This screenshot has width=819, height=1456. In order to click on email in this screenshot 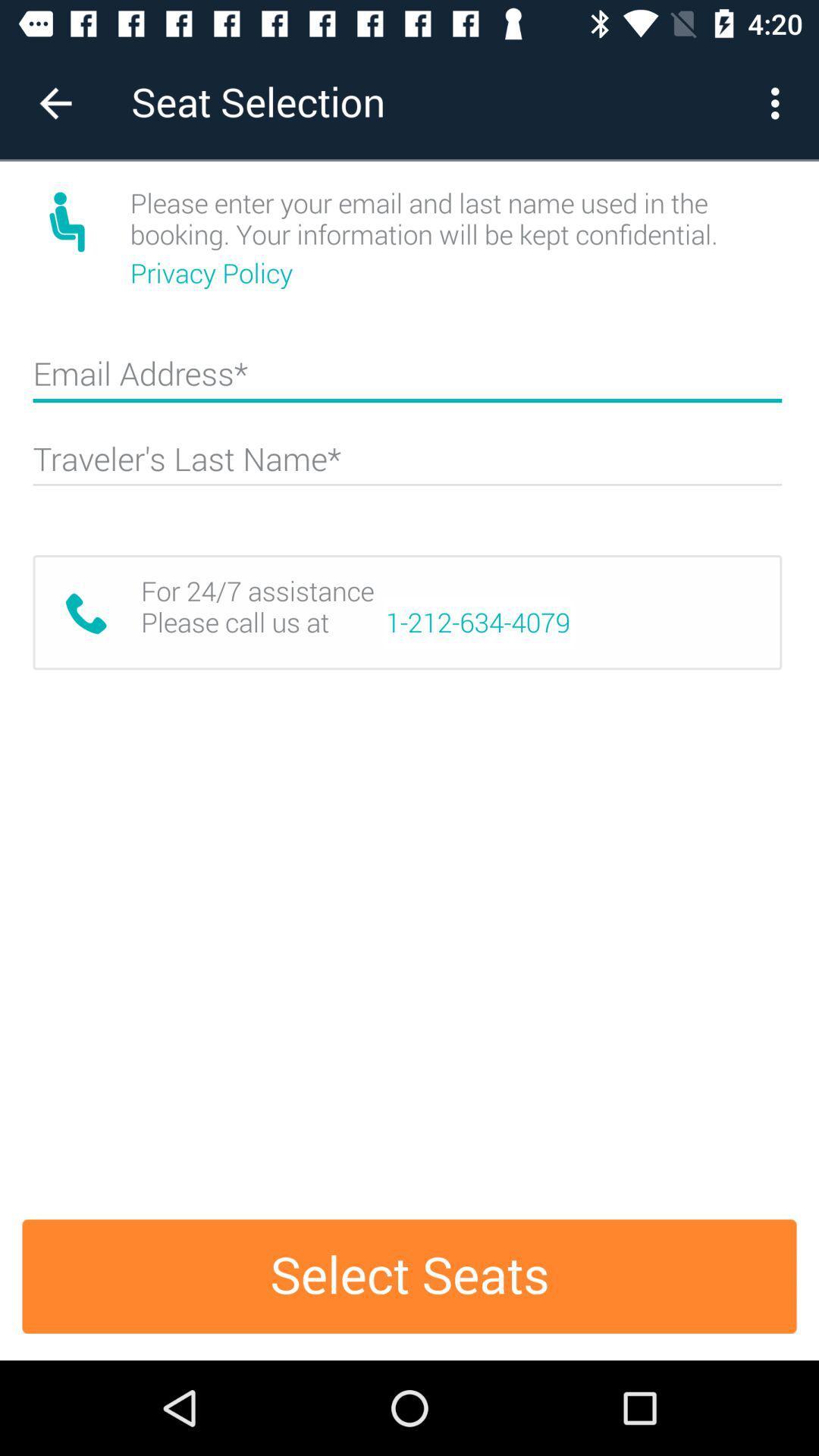, I will do `click(406, 380)`.